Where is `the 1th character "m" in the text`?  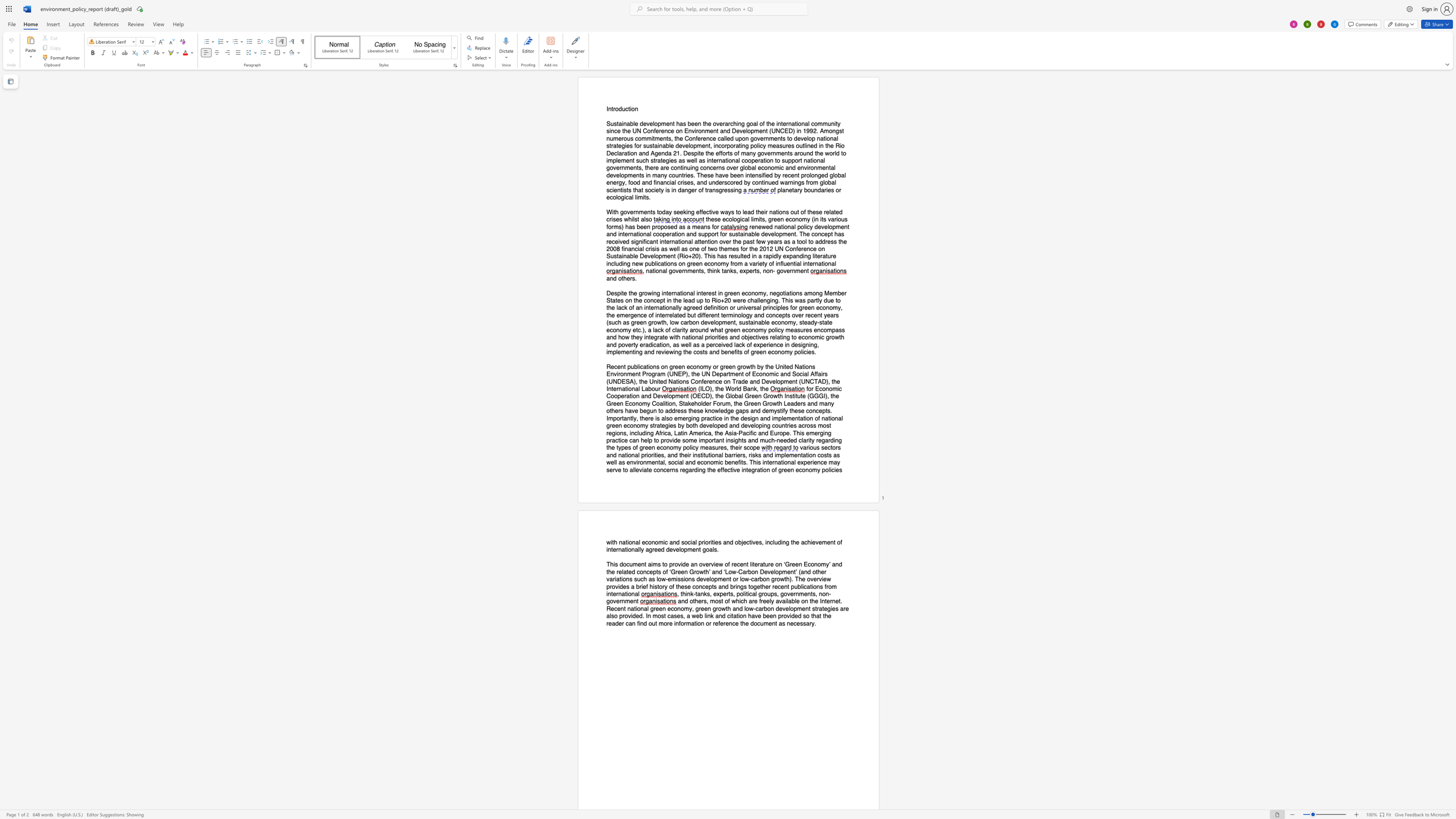 the 1th character "m" in the text is located at coordinates (660, 542).